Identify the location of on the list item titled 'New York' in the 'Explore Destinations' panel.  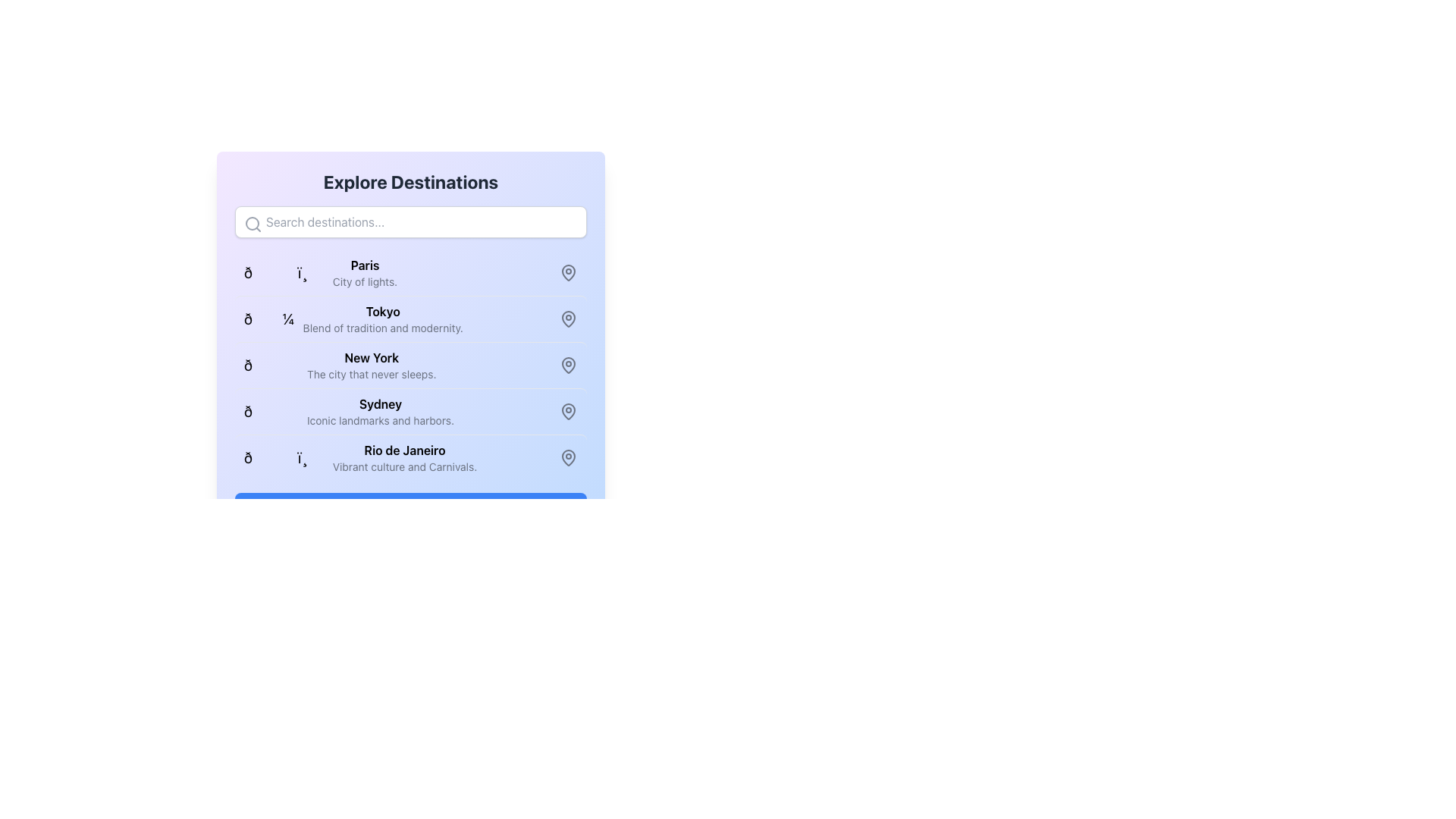
(339, 366).